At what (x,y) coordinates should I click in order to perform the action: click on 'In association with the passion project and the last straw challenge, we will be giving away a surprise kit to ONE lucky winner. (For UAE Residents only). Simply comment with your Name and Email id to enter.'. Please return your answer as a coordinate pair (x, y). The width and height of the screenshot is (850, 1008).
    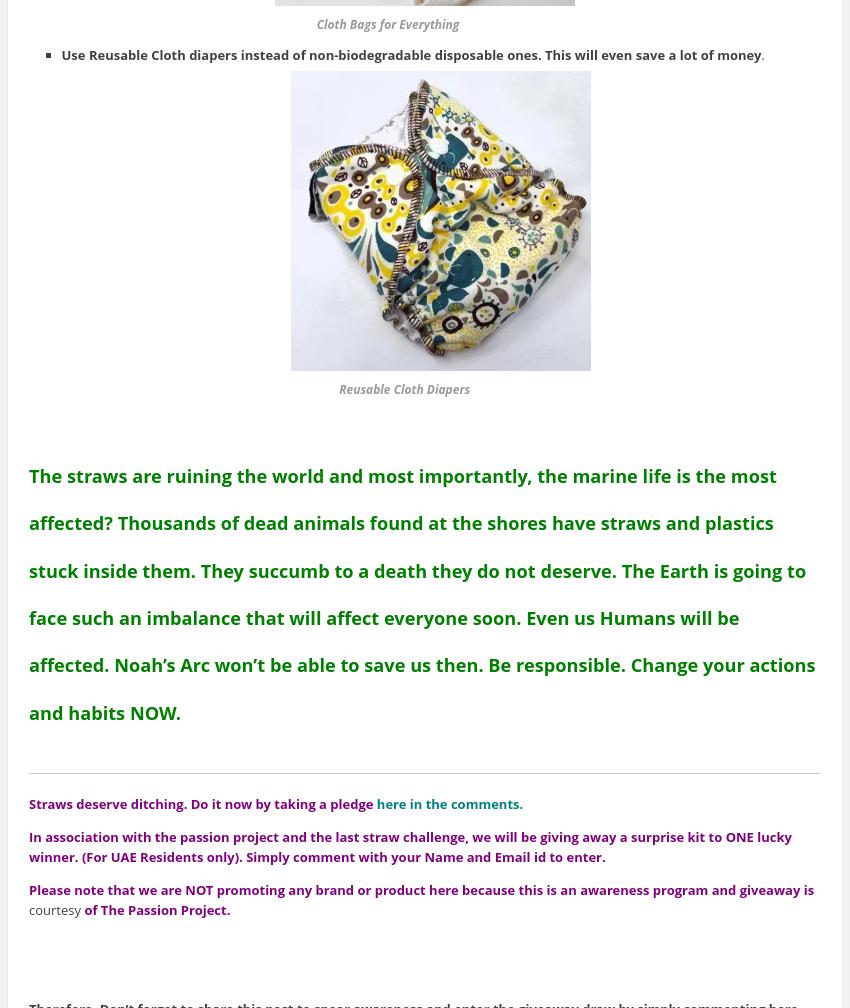
    Looking at the image, I should click on (410, 847).